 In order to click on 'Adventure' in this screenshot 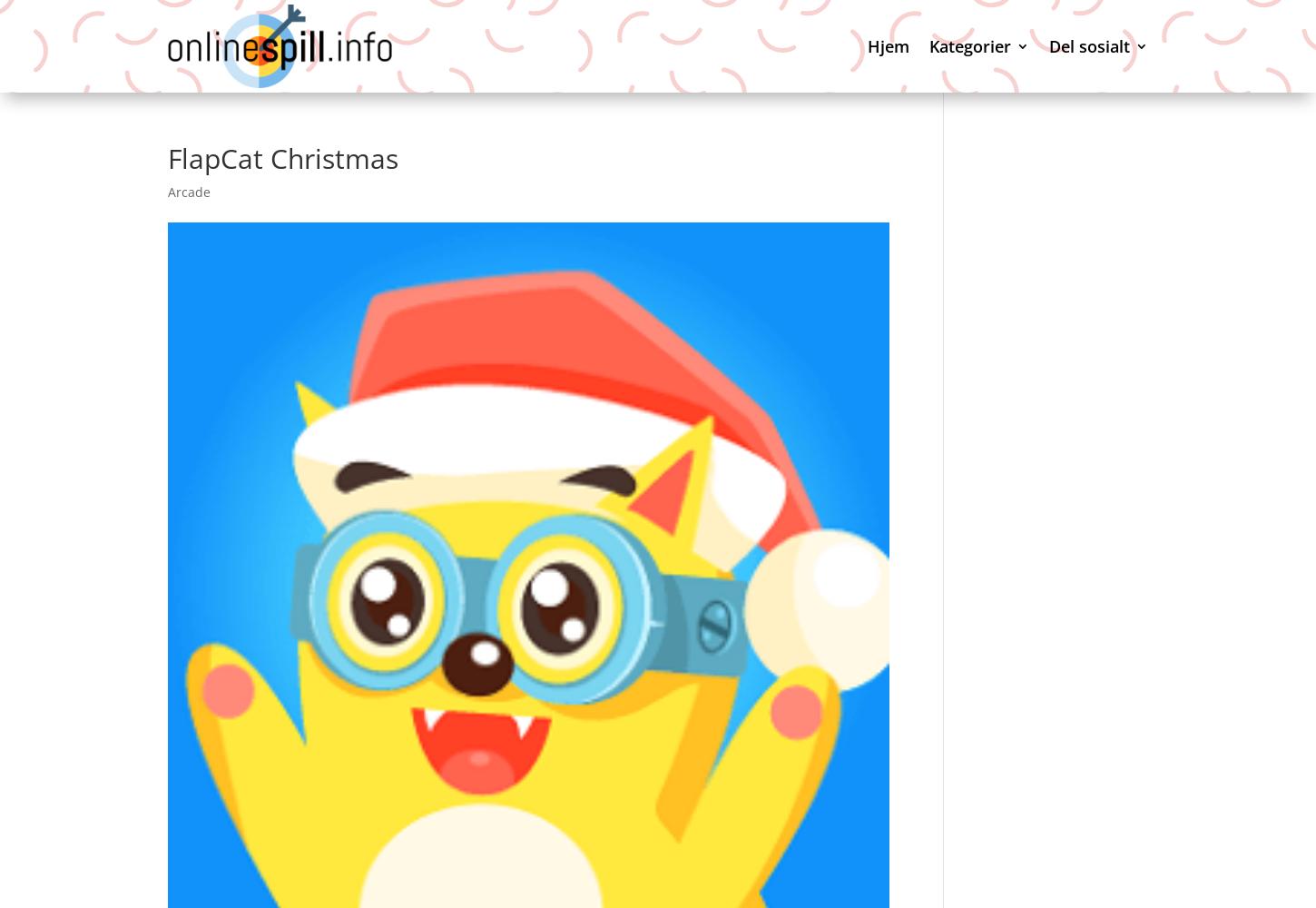, I will do `click(995, 162)`.